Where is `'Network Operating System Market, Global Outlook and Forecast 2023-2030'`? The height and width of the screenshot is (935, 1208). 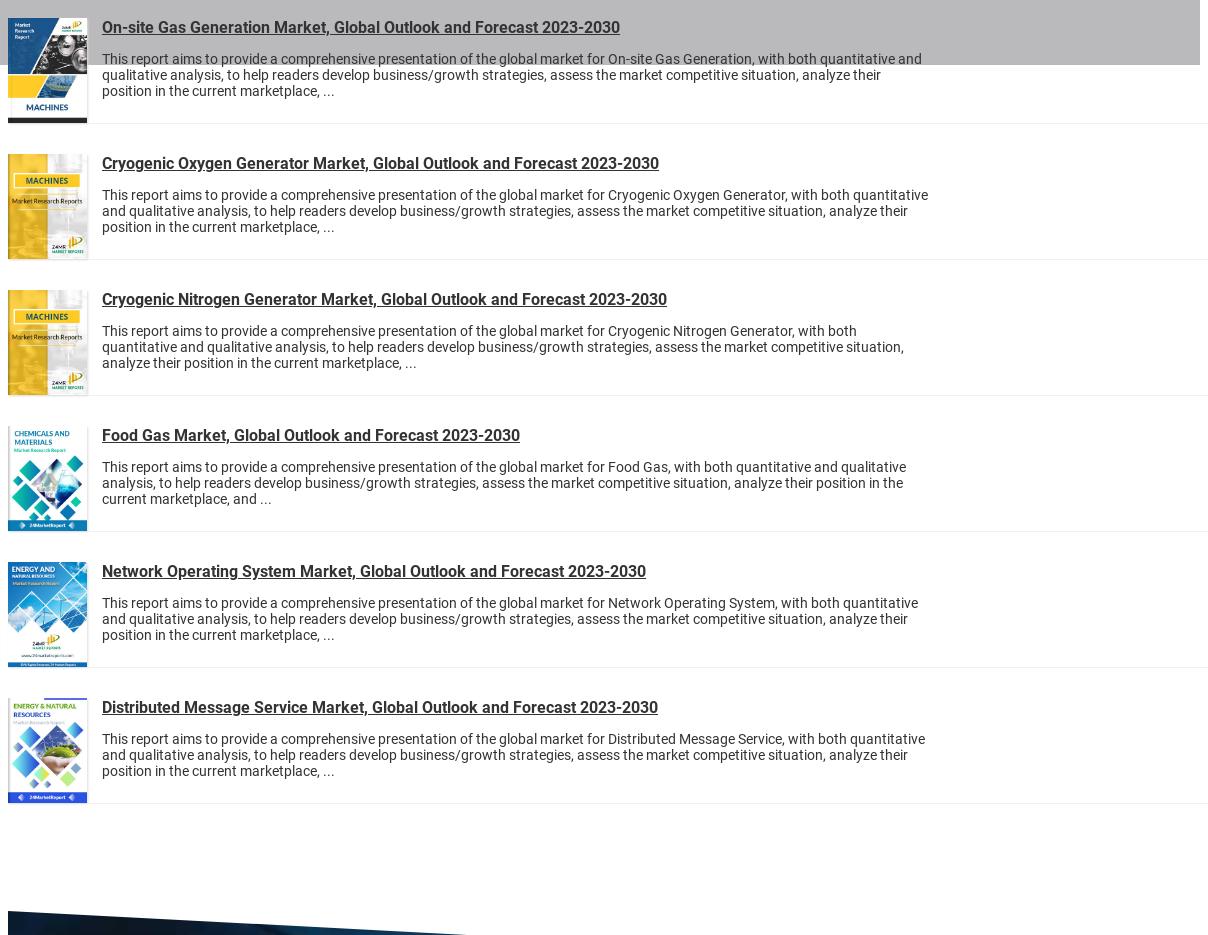
'Network Operating System Market, Global Outlook and Forecast 2023-2030' is located at coordinates (372, 571).